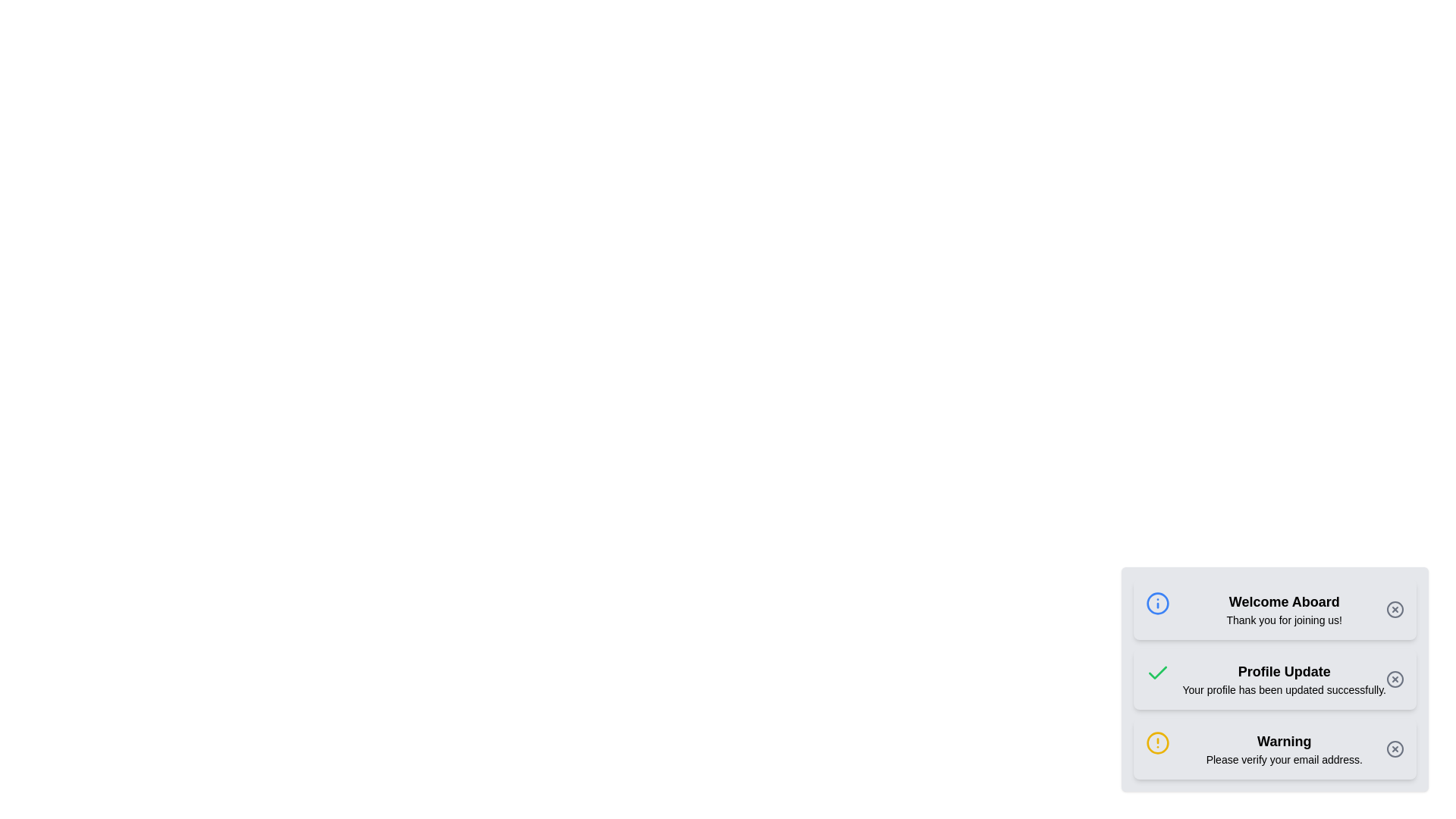 Image resolution: width=1456 pixels, height=819 pixels. I want to click on the circular 'X' close button located in the right side of the 'Welcome Aboard' notification box, so click(1395, 608).